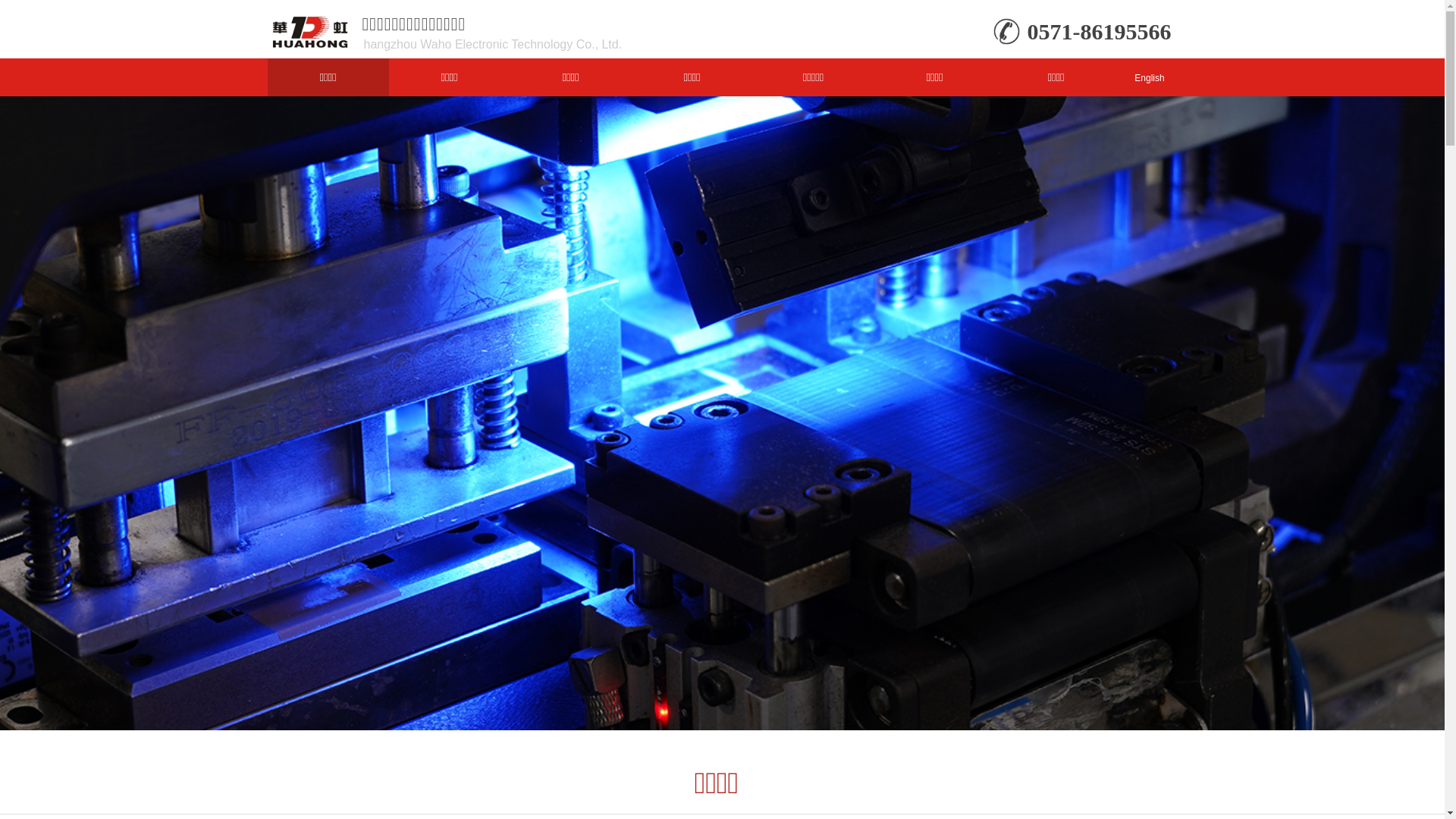 The width and height of the screenshot is (1456, 819). I want to click on 'English', so click(1151, 78).